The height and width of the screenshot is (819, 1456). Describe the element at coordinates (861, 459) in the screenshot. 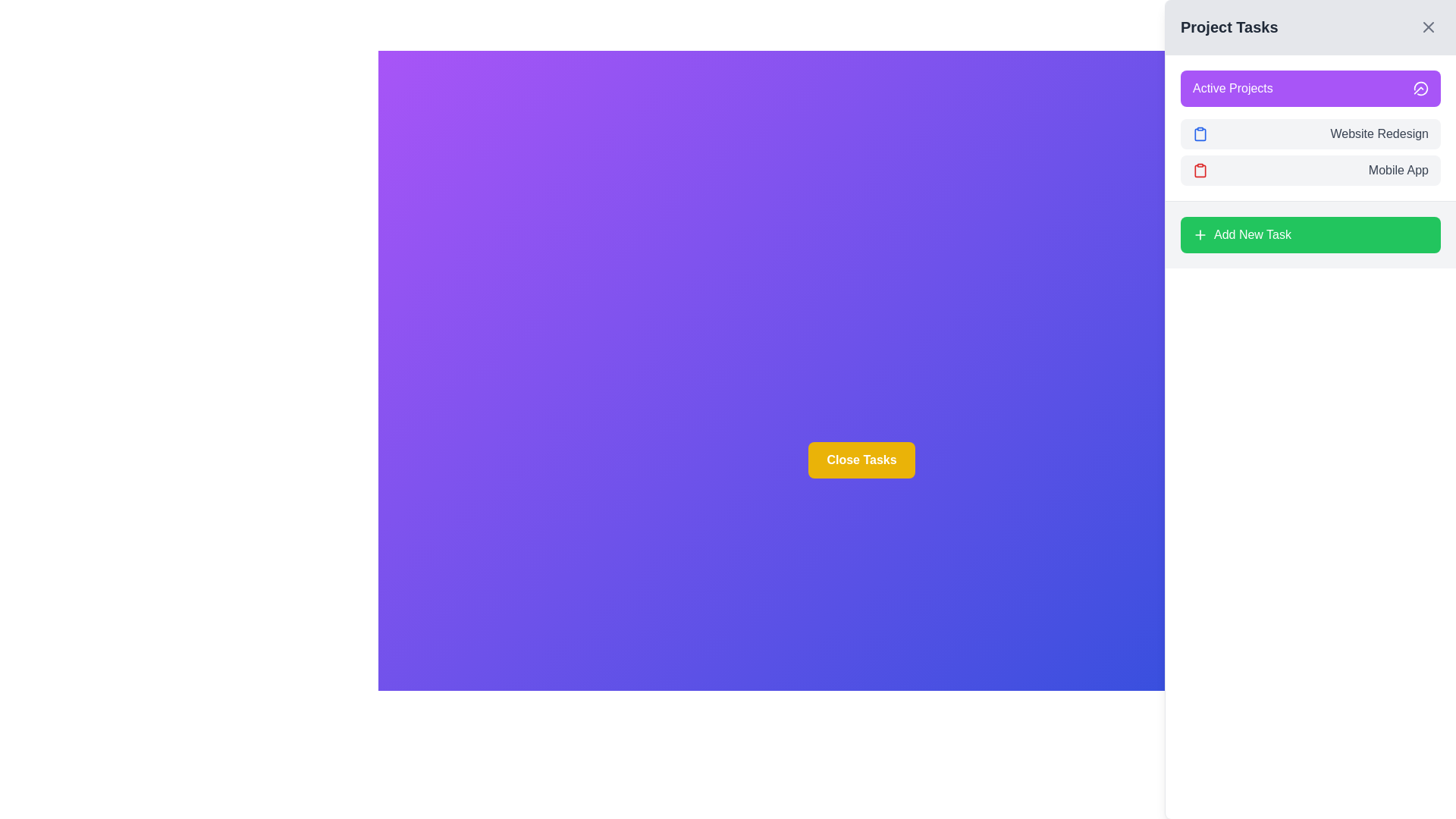

I see `the 'Close Tasks' button, which has a yellow background and white bold text, to observe the color change effect` at that location.